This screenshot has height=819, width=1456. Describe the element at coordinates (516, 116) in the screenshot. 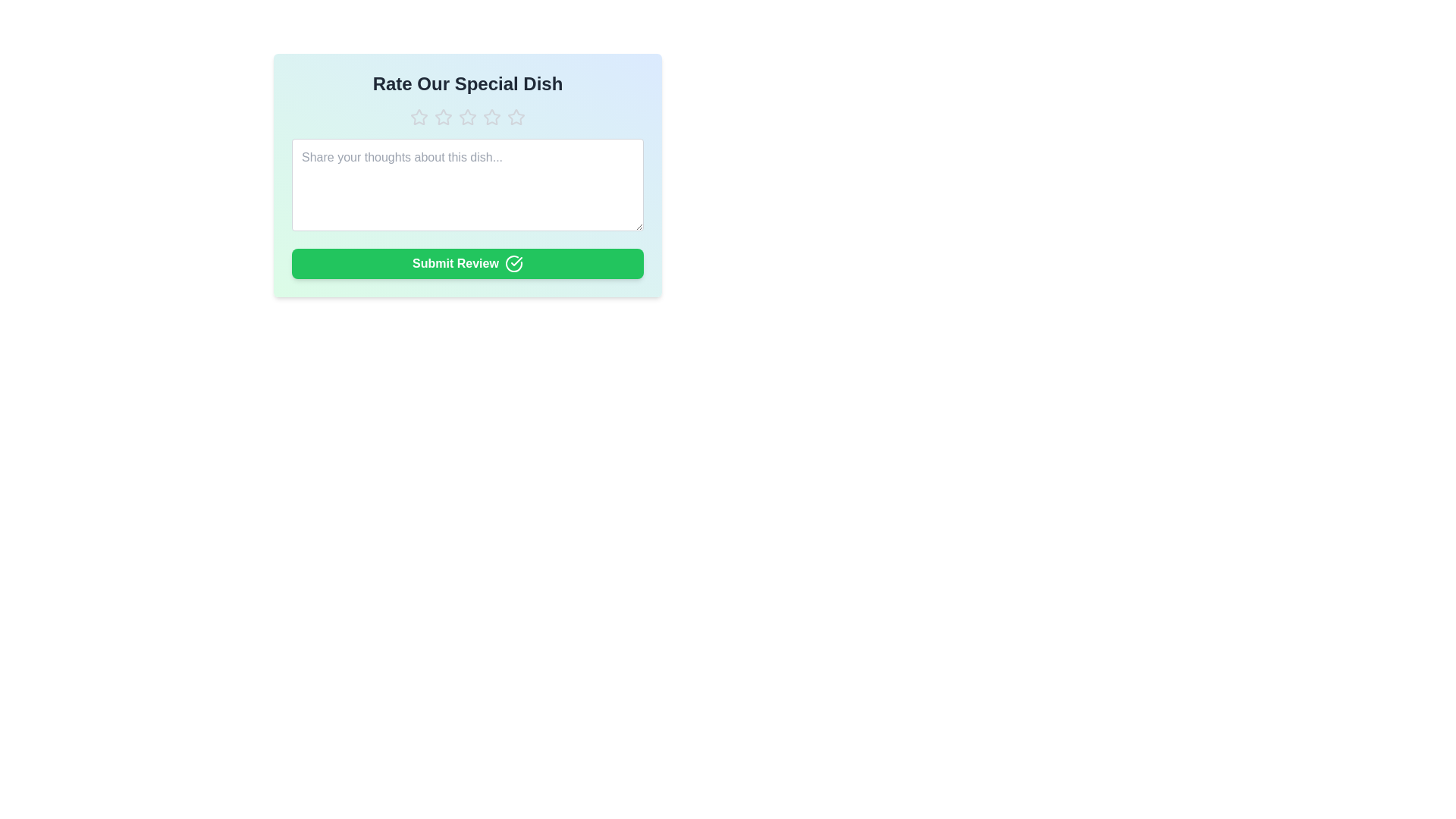

I see `the dish rating to 5 stars by clicking on the corresponding star` at that location.